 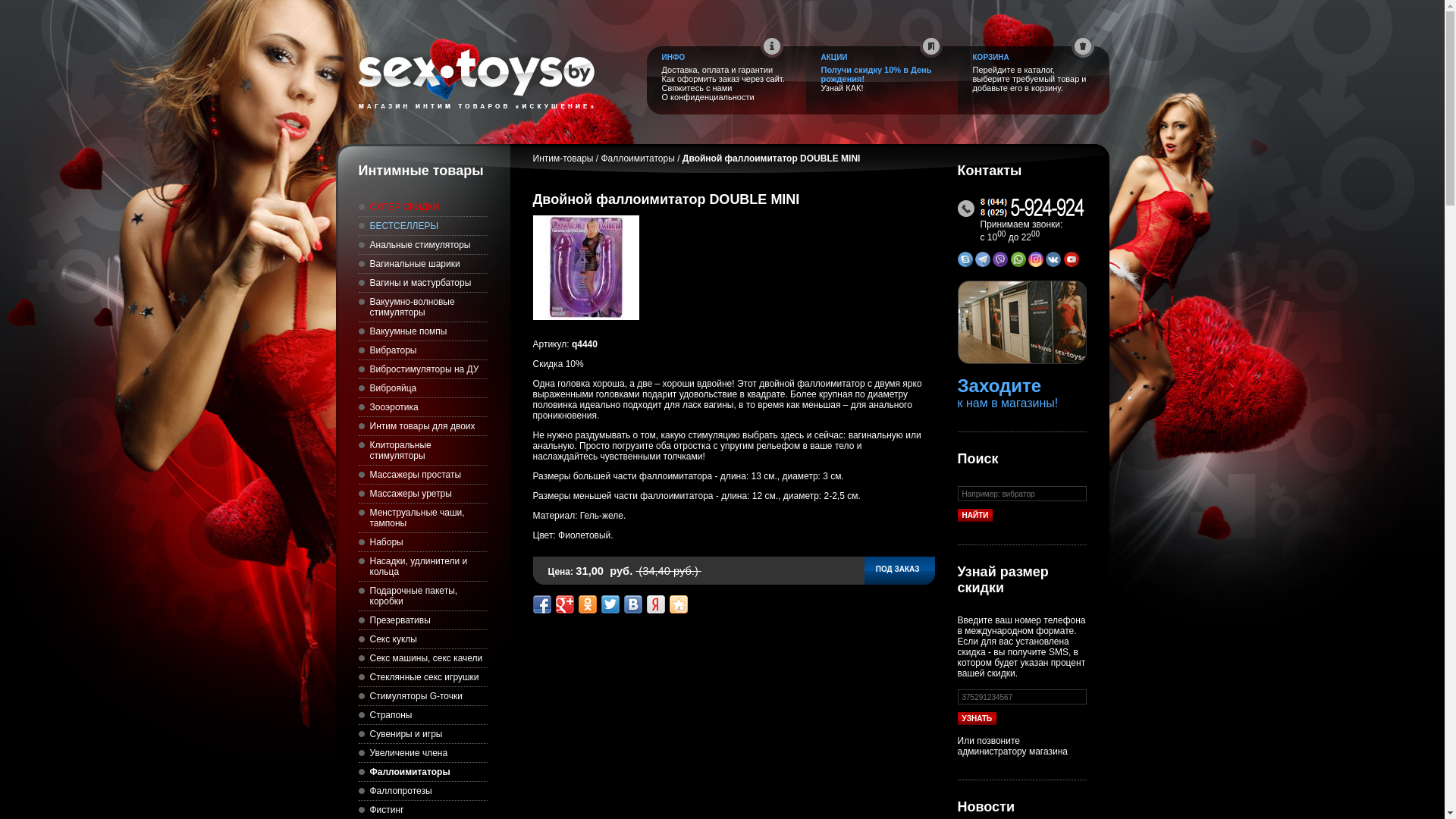 What do you see at coordinates (655, 604) in the screenshot?
I see `'Save to Yandex Bookmarks'` at bounding box center [655, 604].